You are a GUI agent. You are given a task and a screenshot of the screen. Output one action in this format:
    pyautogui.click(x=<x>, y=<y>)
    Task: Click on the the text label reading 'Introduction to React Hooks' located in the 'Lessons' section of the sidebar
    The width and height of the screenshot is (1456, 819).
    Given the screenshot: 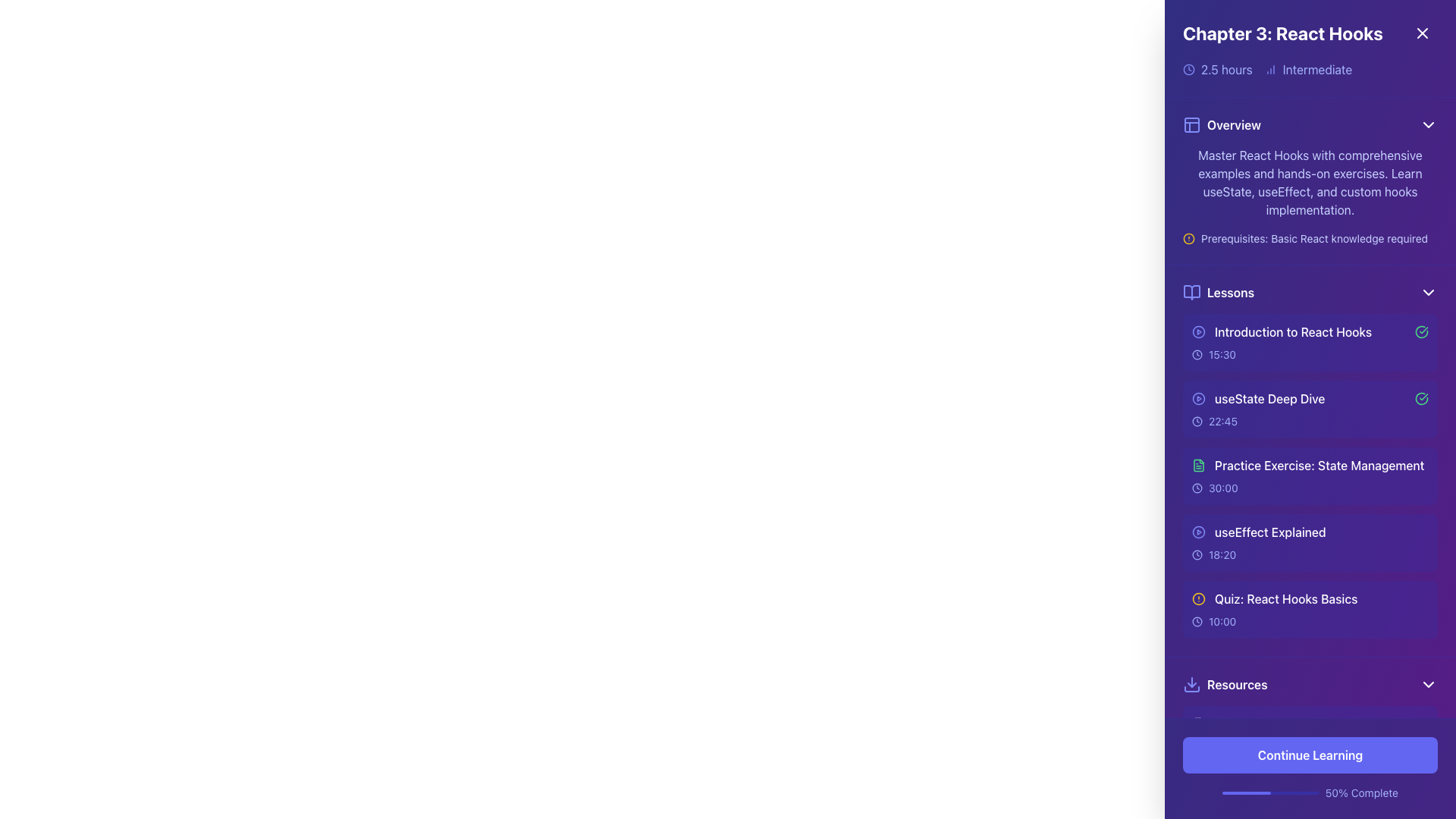 What is the action you would take?
    pyautogui.click(x=1281, y=331)
    